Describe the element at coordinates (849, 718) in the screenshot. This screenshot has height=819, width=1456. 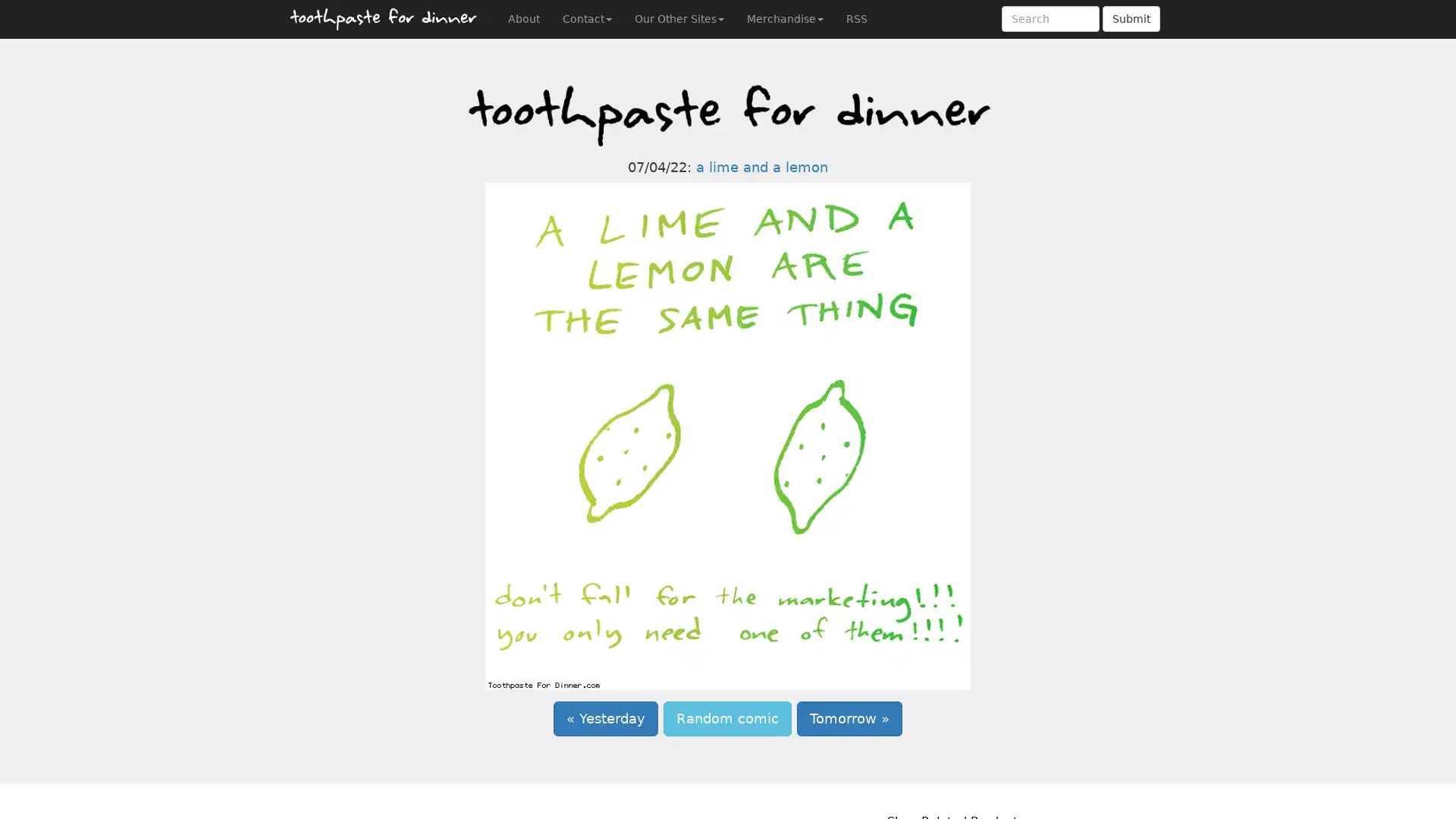
I see `Tomorrow` at that location.